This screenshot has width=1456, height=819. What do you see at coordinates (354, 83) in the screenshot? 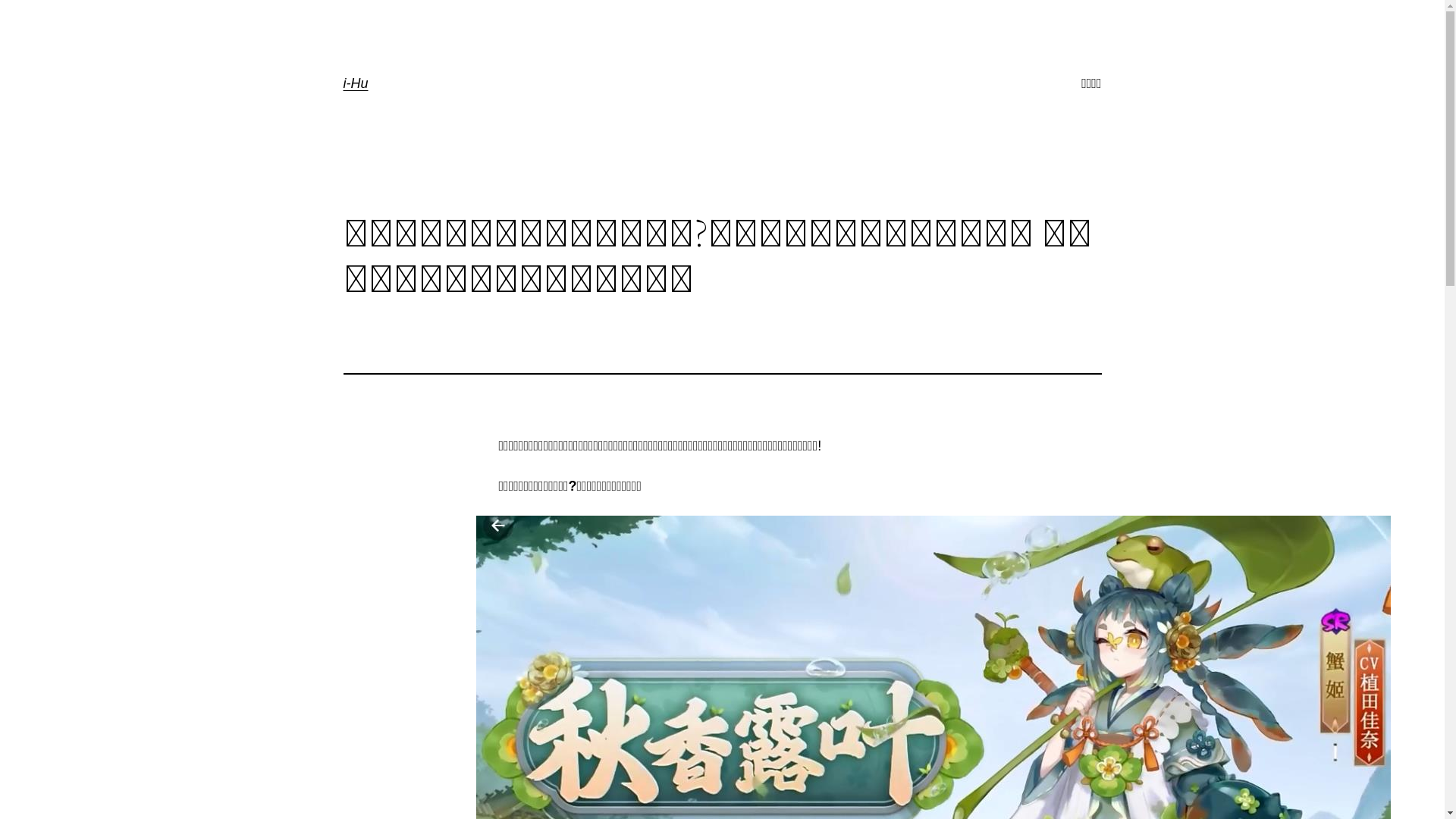
I see `'i-Hu'` at bounding box center [354, 83].